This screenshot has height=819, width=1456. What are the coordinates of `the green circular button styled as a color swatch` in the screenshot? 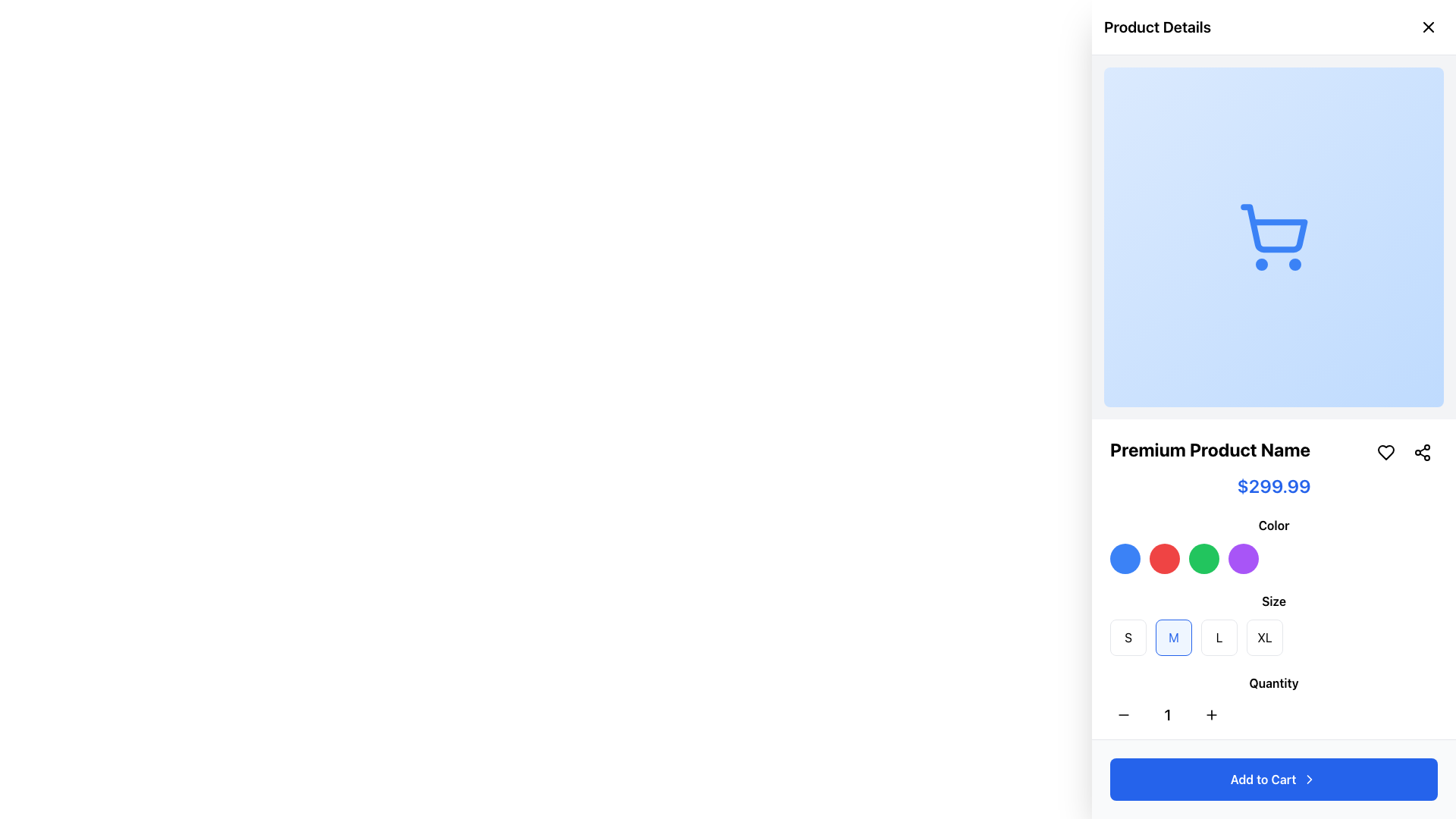 It's located at (1203, 558).